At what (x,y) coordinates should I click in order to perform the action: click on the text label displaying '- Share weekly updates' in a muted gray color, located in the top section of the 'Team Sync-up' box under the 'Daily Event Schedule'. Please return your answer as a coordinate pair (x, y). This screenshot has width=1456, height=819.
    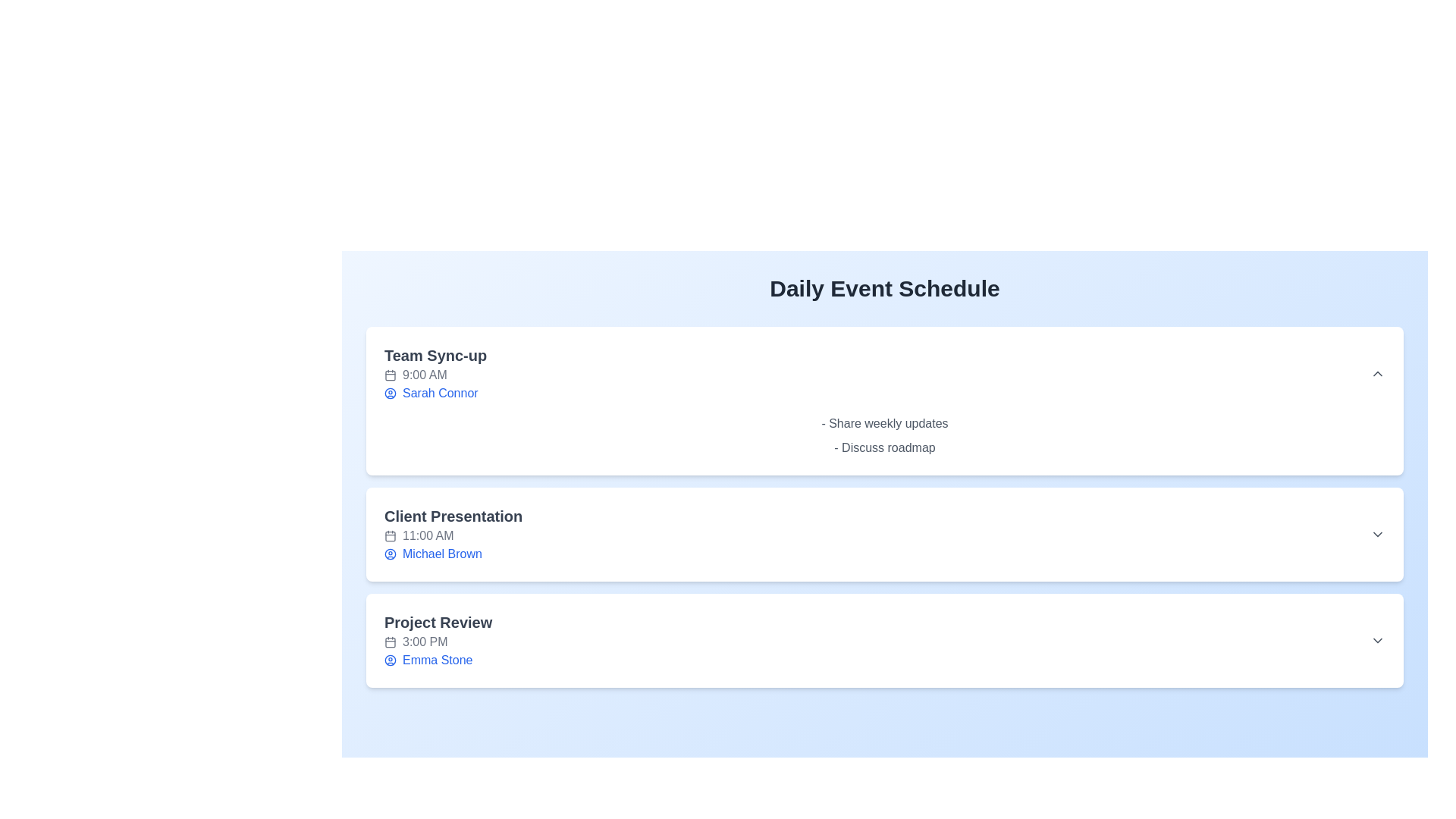
    Looking at the image, I should click on (884, 424).